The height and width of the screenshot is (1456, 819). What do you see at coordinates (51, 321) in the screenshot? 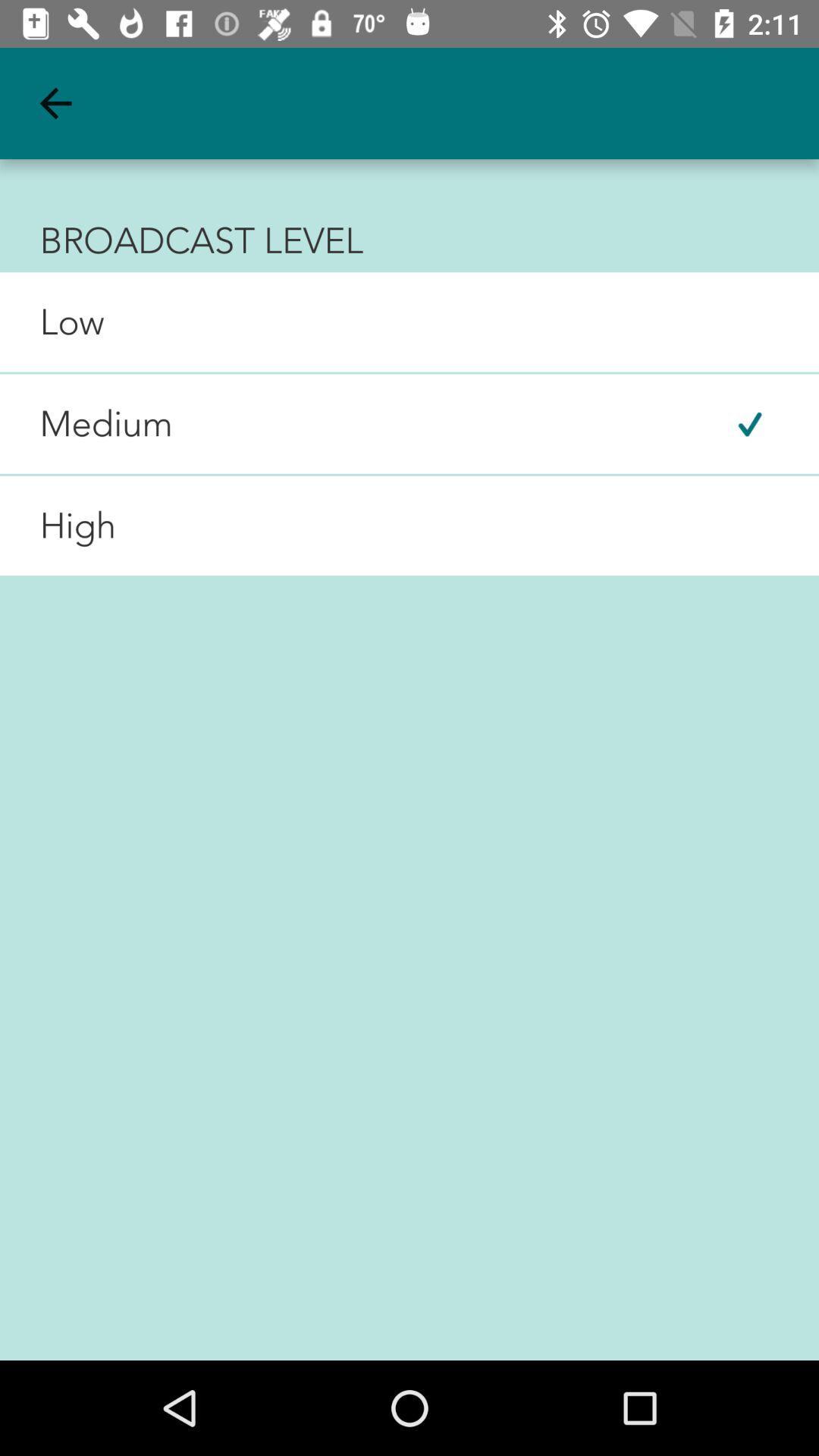
I see `the low icon` at bounding box center [51, 321].